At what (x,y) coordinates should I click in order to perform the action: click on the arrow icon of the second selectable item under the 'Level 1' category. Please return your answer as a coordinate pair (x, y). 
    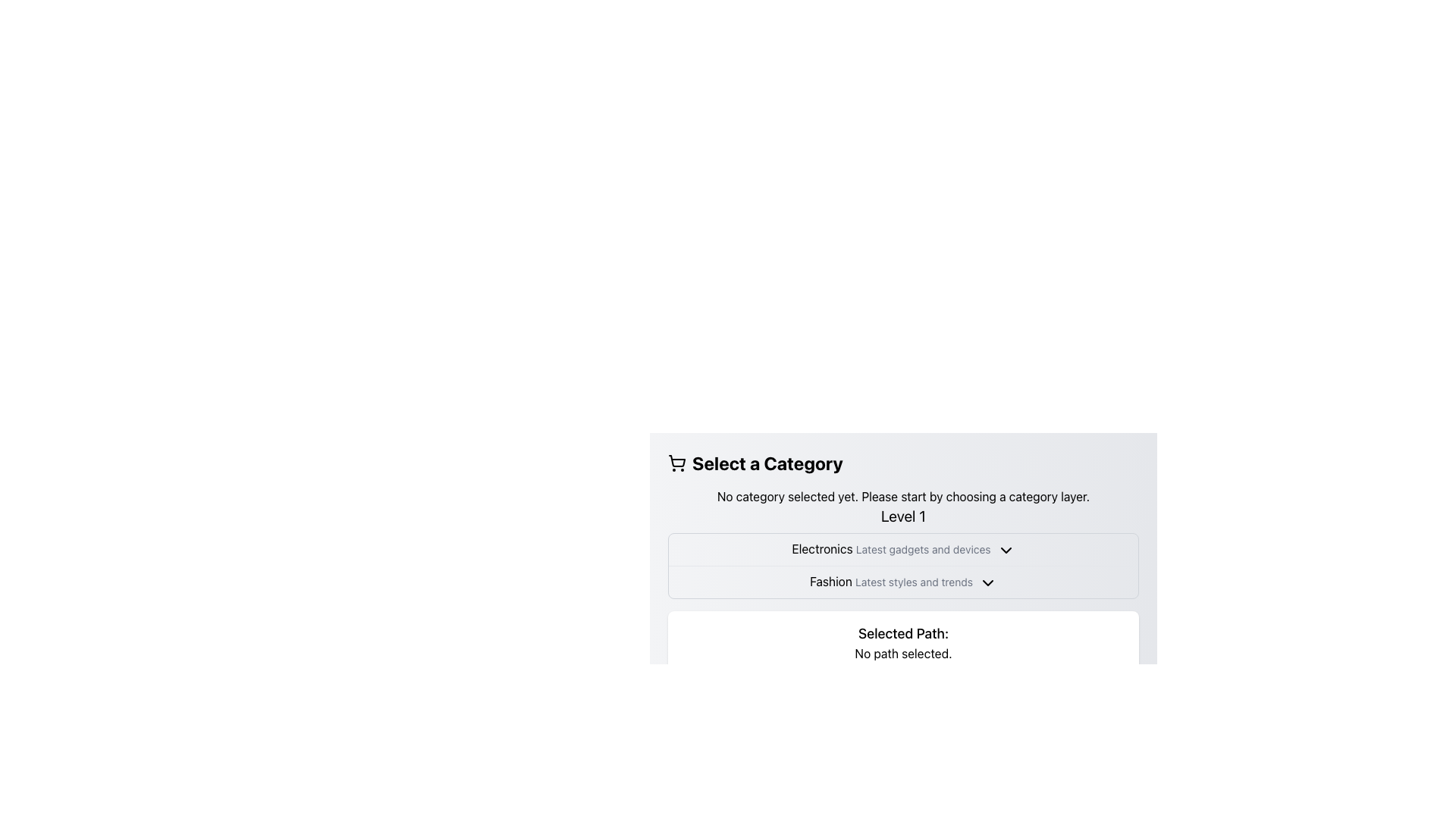
    Looking at the image, I should click on (903, 581).